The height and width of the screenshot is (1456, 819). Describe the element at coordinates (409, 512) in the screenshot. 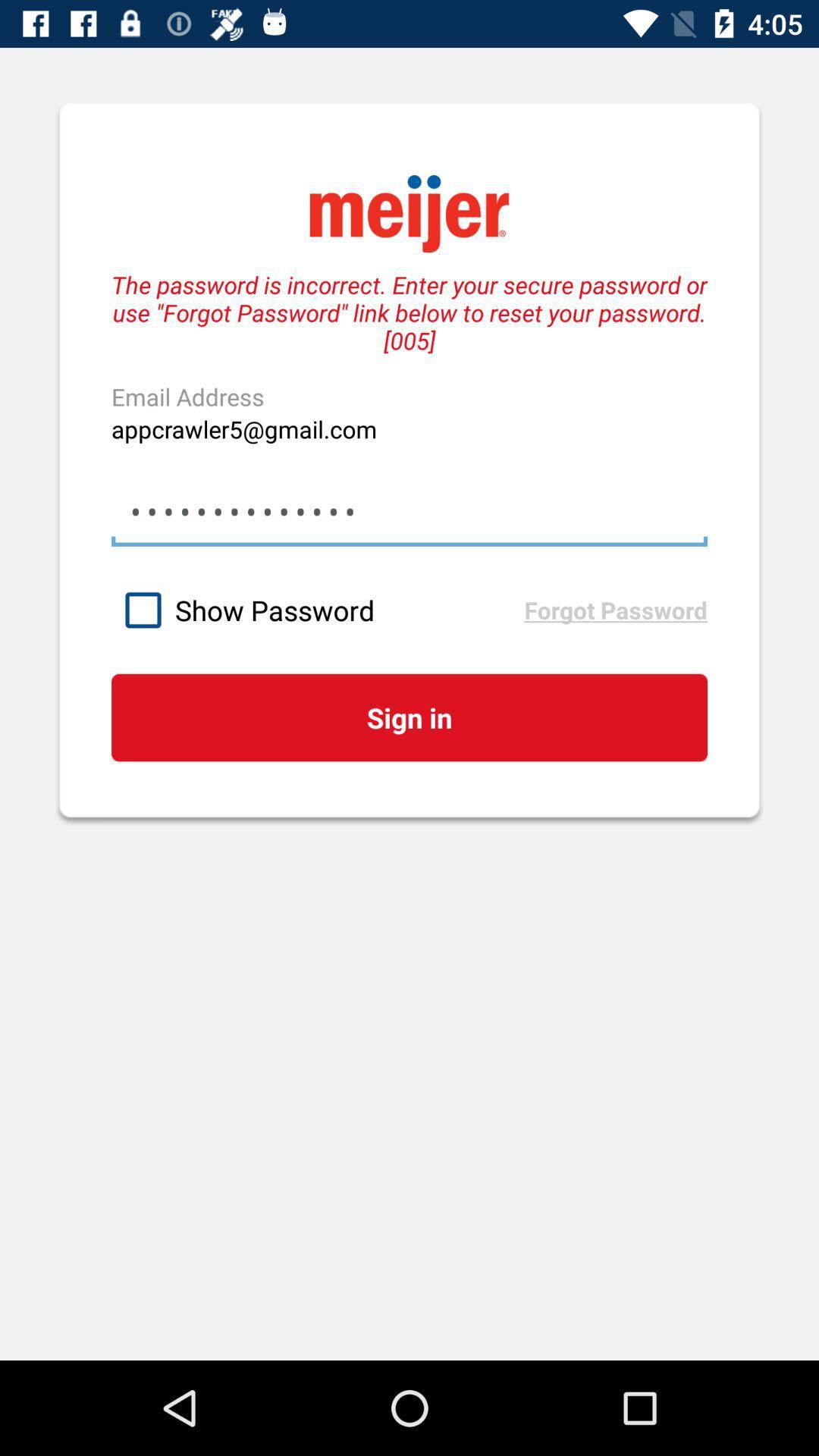

I see `icon below appcrawler5@gmail.com item` at that location.